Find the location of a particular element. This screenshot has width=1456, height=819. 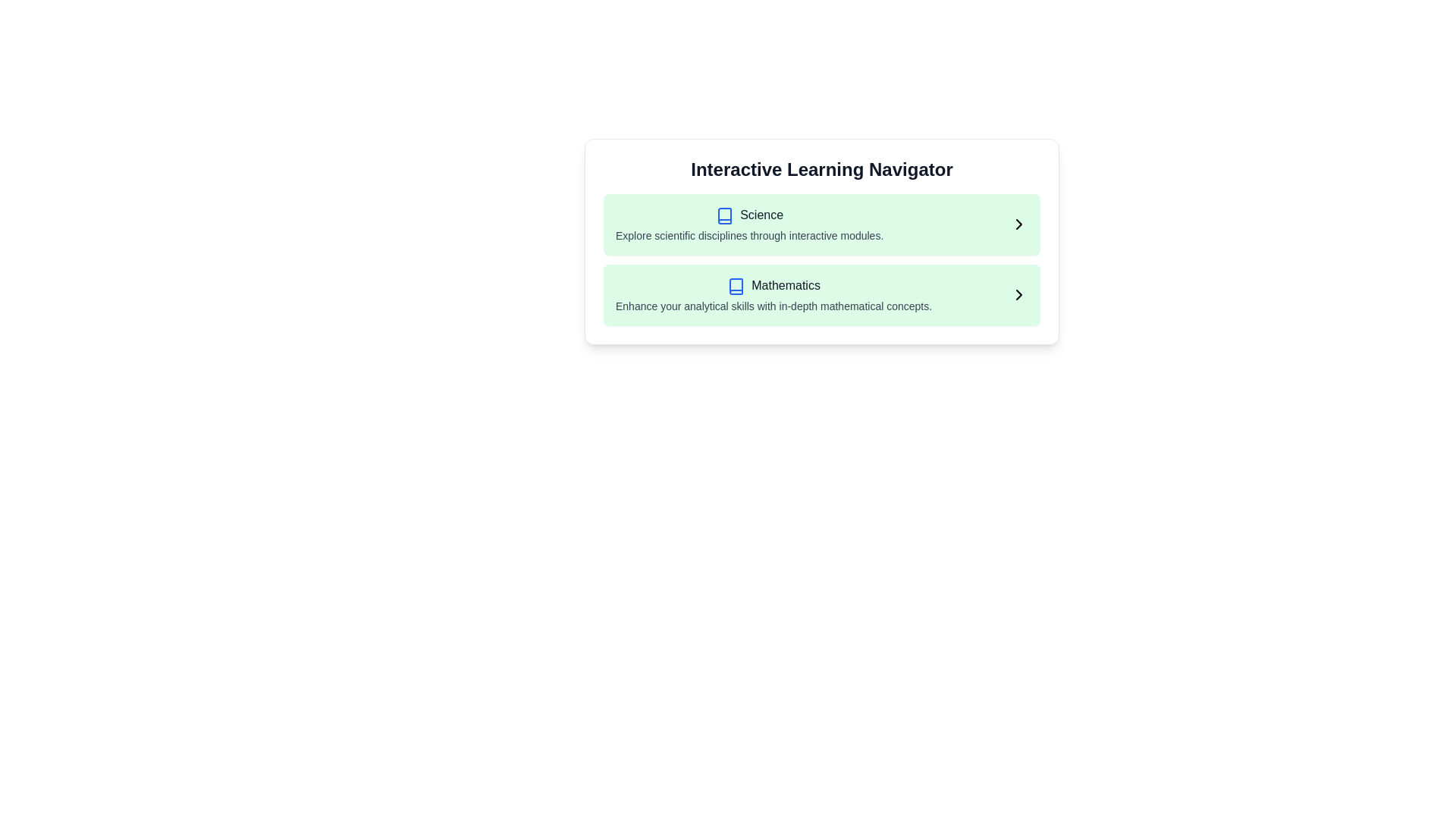

the label element that serves as the caption for the section describing scientific disciplines, positioned centrally in the light green background area above the description: 'Explore scientific disciplines through interactive modules.' is located at coordinates (761, 215).